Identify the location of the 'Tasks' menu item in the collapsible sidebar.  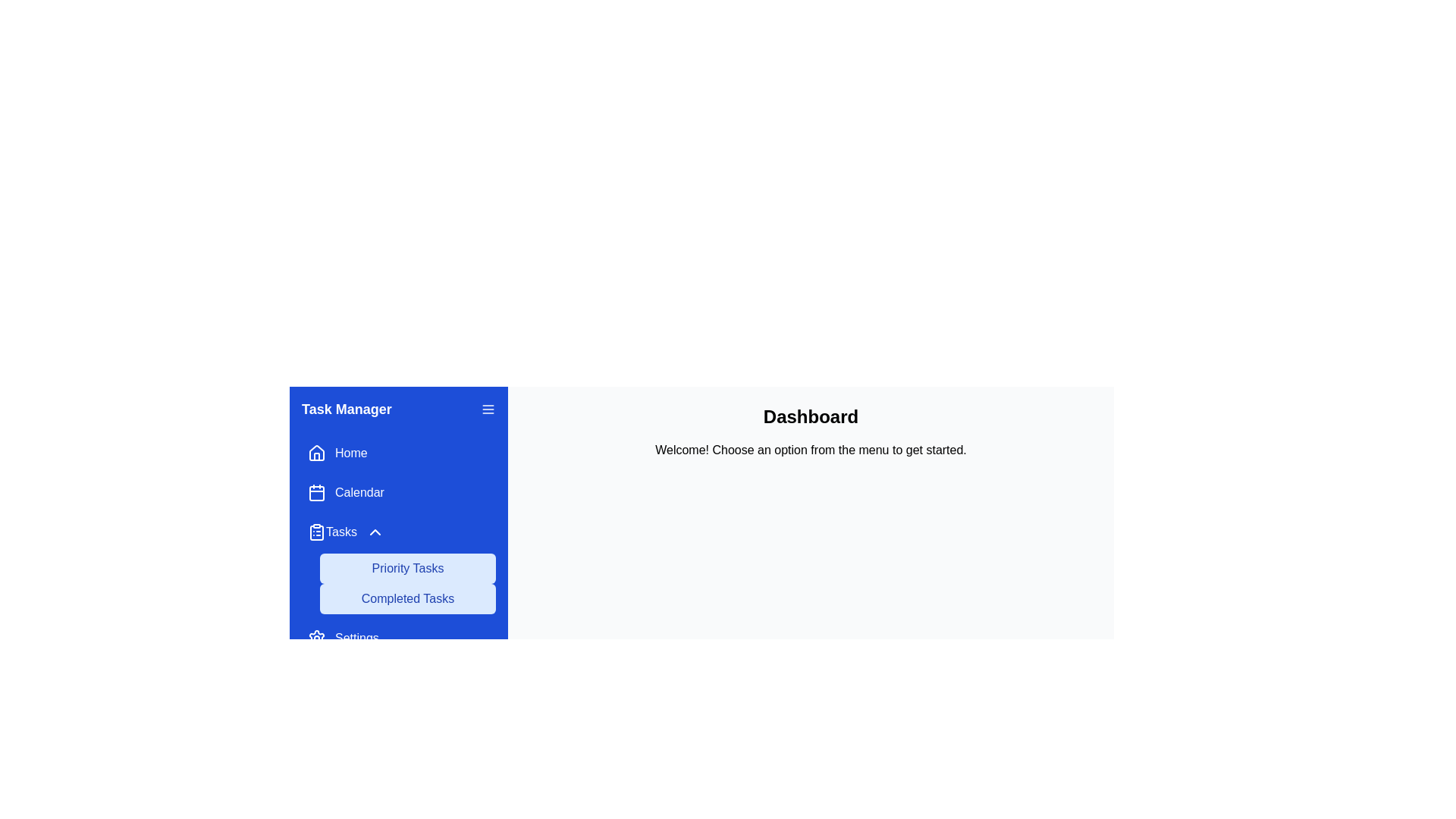
(345, 532).